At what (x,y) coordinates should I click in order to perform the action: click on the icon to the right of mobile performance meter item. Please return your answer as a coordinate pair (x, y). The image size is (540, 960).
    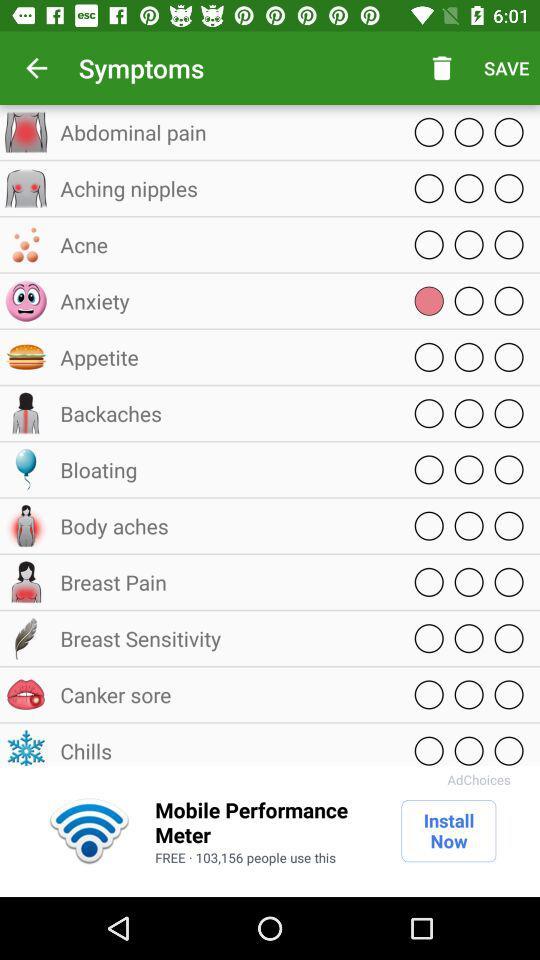
    Looking at the image, I should click on (448, 831).